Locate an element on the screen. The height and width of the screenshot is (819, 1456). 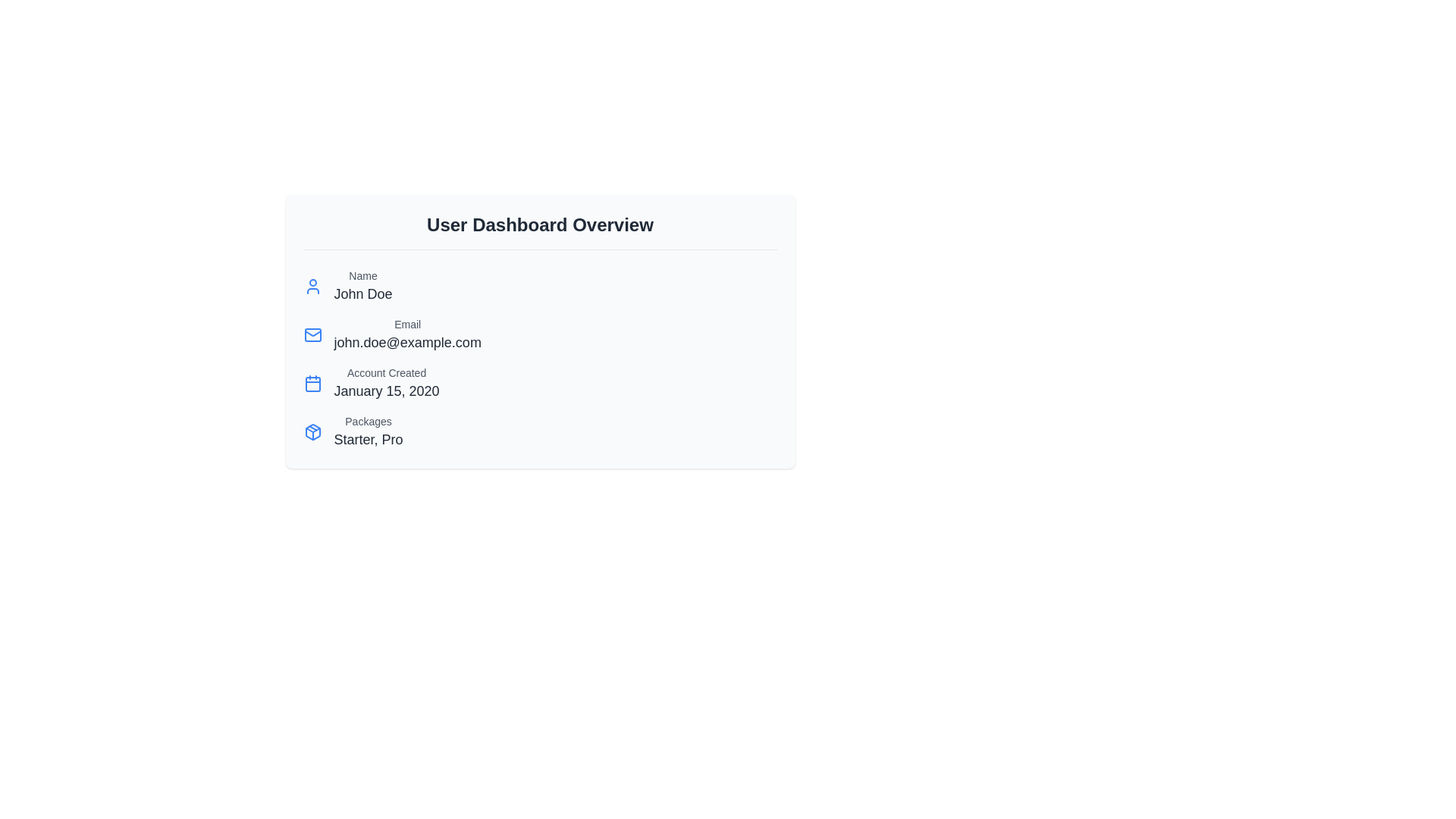
the package information icon located in the 'Packages' section at the bottom of the dashboard summary is located at coordinates (312, 432).